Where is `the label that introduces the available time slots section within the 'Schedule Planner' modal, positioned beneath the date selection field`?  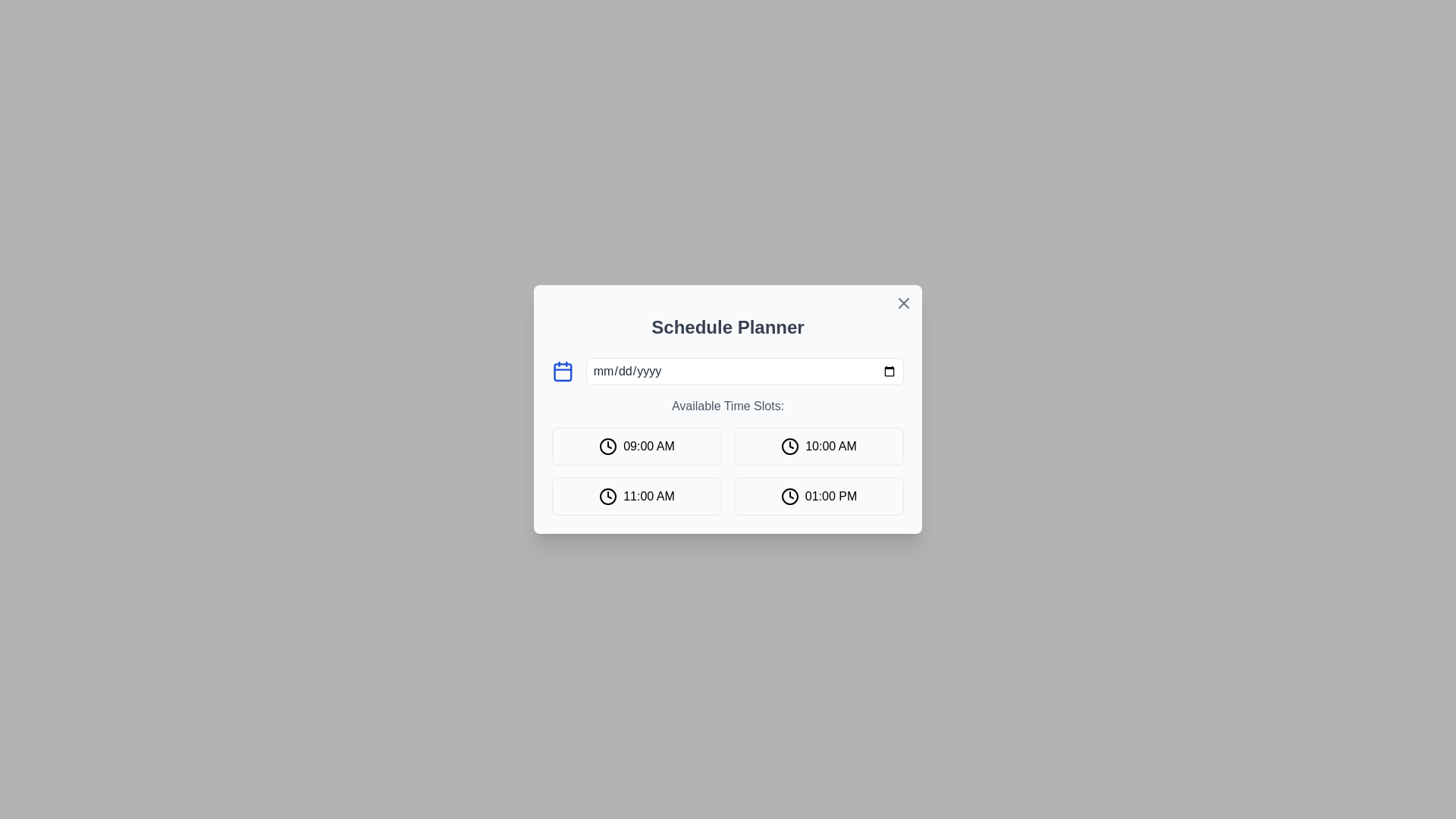 the label that introduces the available time slots section within the 'Schedule Planner' modal, positioned beneath the date selection field is located at coordinates (728, 406).